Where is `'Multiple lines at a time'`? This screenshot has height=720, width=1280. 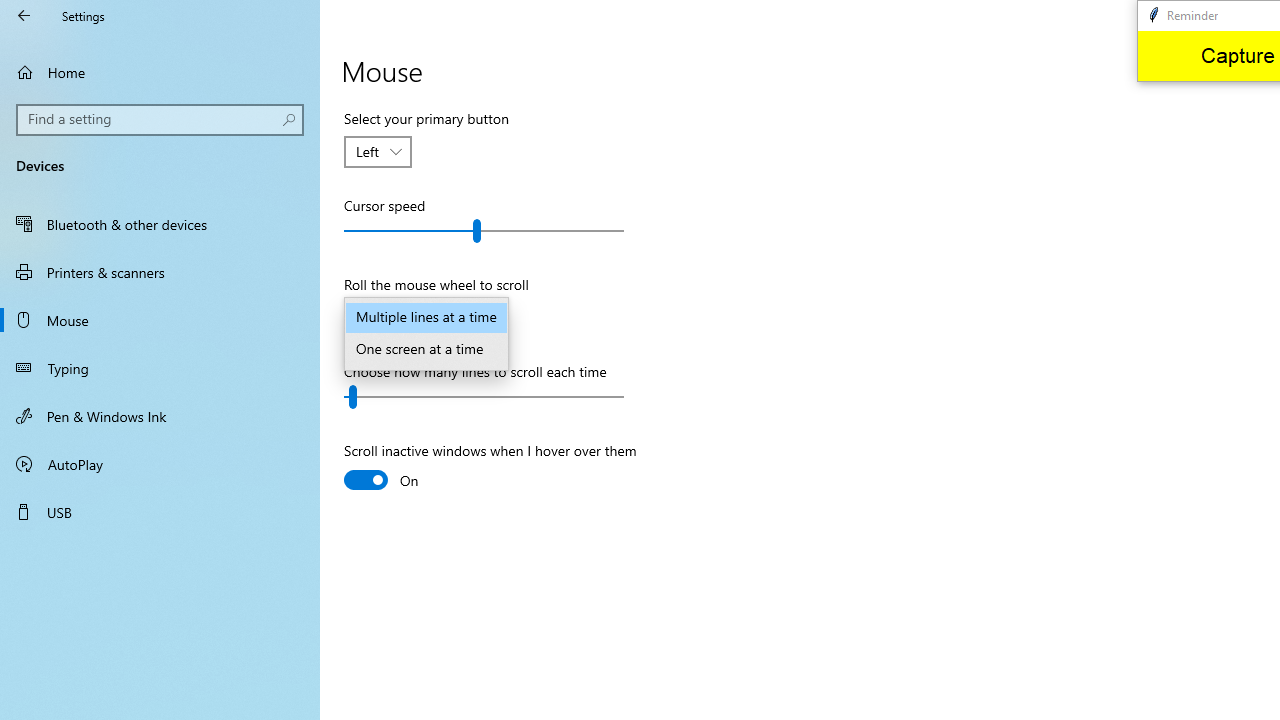
'Multiple lines at a time' is located at coordinates (425, 316).